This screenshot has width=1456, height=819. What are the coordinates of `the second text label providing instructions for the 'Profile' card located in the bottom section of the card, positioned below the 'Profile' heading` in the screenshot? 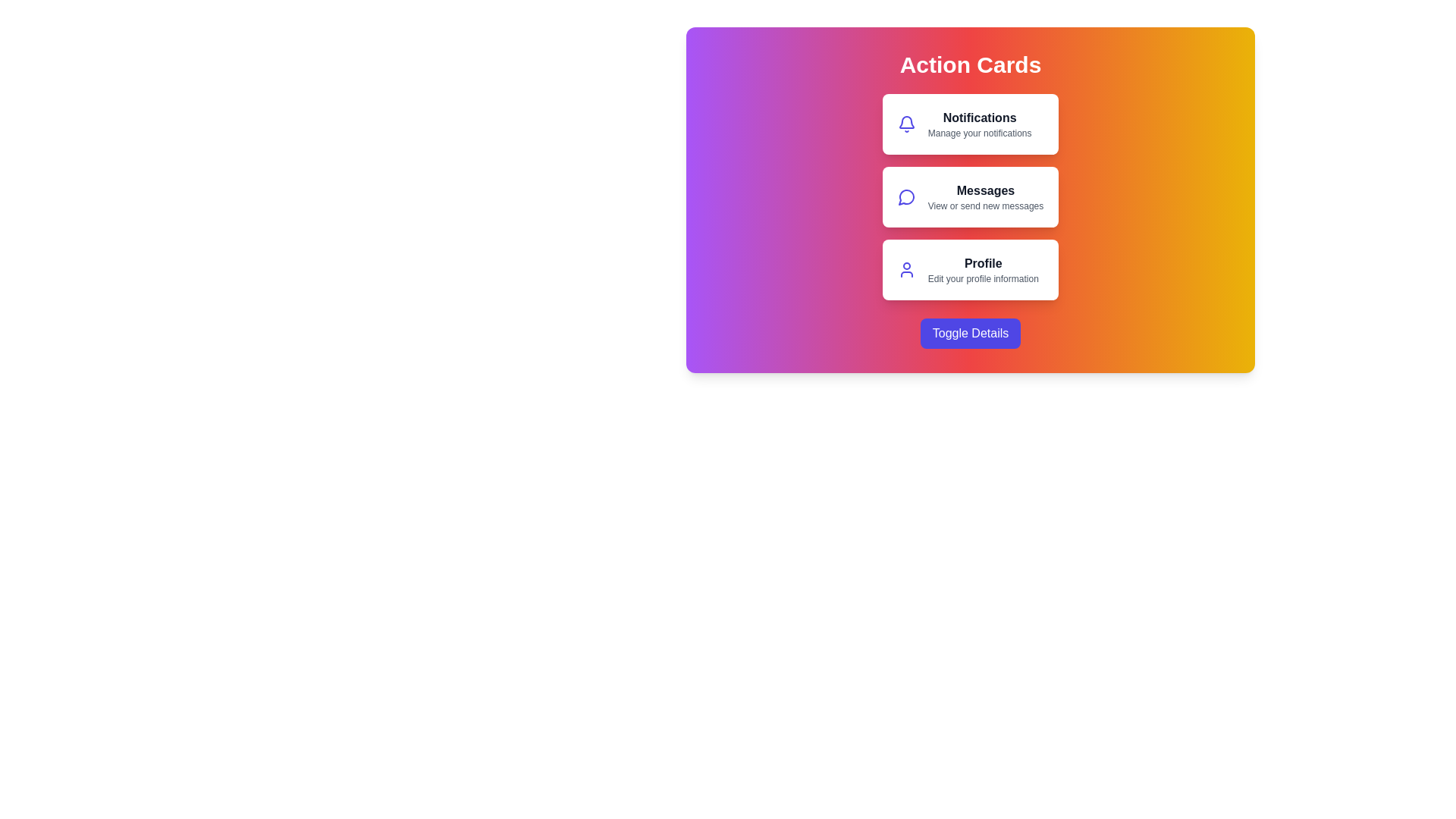 It's located at (983, 278).